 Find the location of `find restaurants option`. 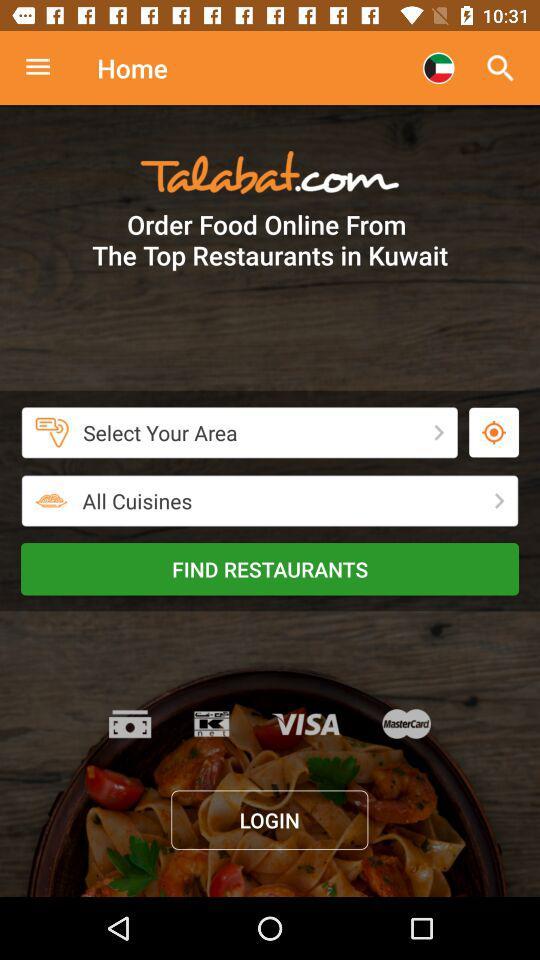

find restaurants option is located at coordinates (270, 569).